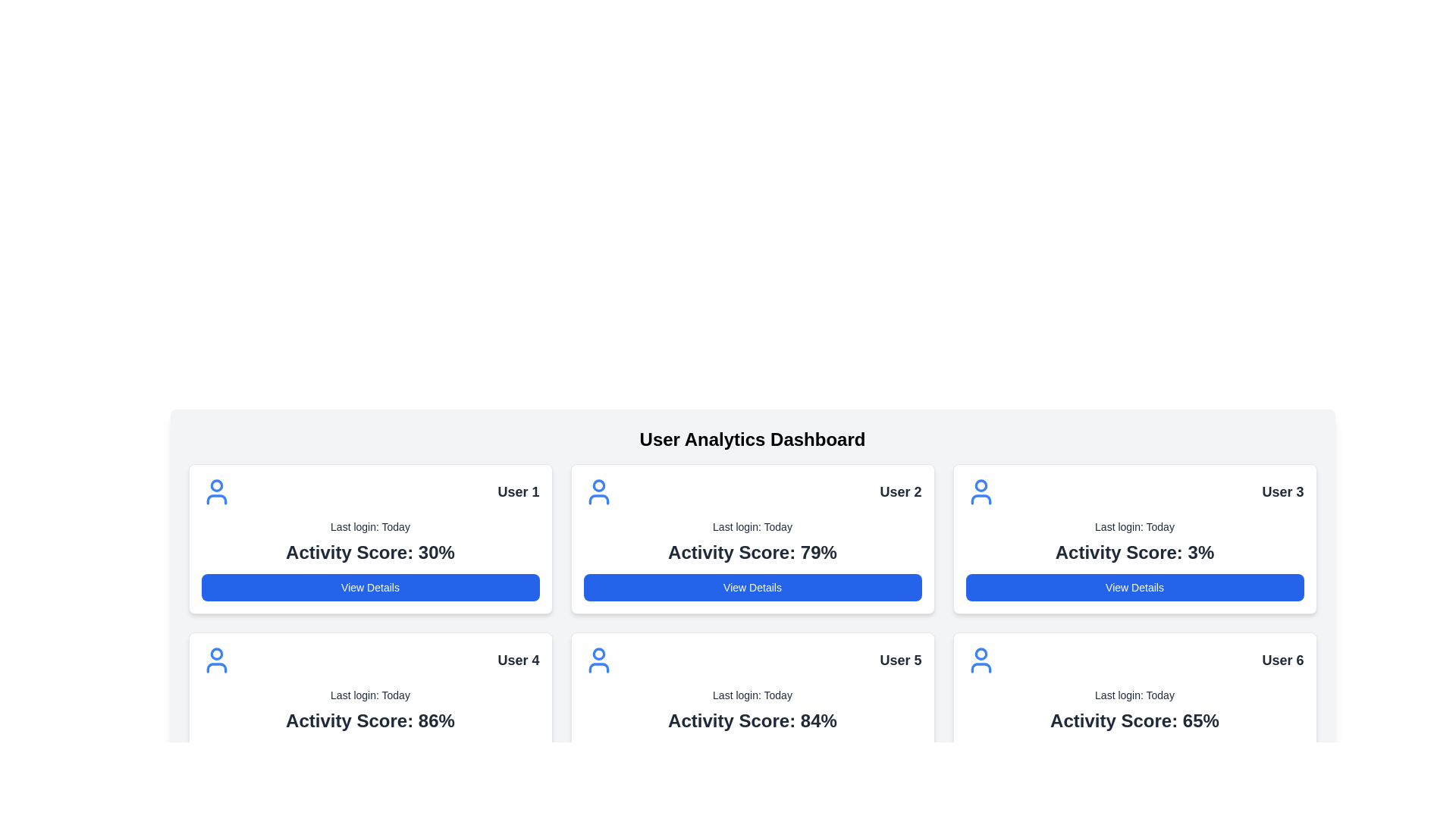 Image resolution: width=1456 pixels, height=819 pixels. I want to click on the text label displaying 'Activity Score: 30%' located within the user card for 'User 1', positioned below 'Last login: Today' and above the 'View Details' button, so click(370, 553).